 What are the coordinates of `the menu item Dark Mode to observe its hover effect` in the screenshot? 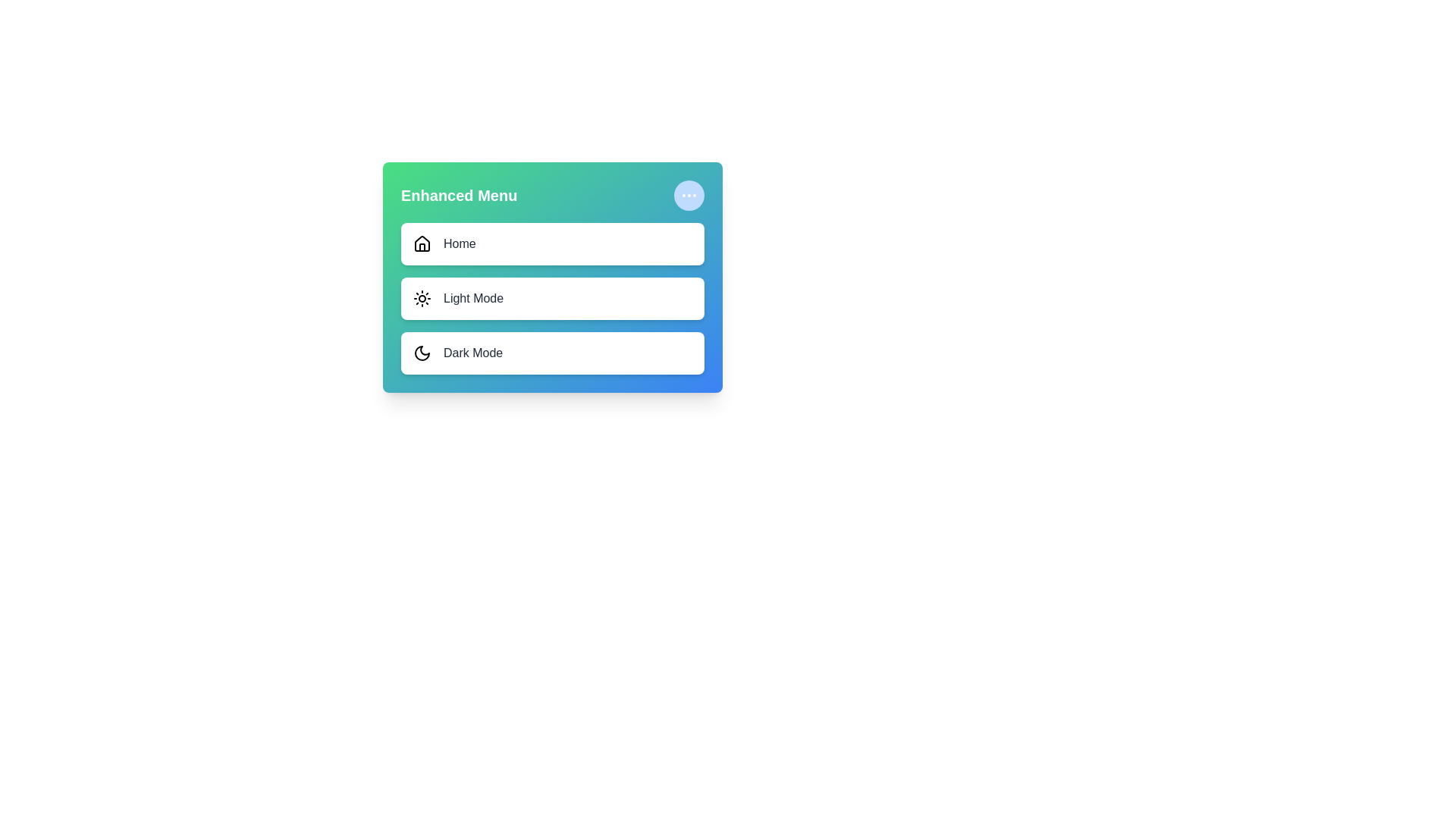 It's located at (552, 353).